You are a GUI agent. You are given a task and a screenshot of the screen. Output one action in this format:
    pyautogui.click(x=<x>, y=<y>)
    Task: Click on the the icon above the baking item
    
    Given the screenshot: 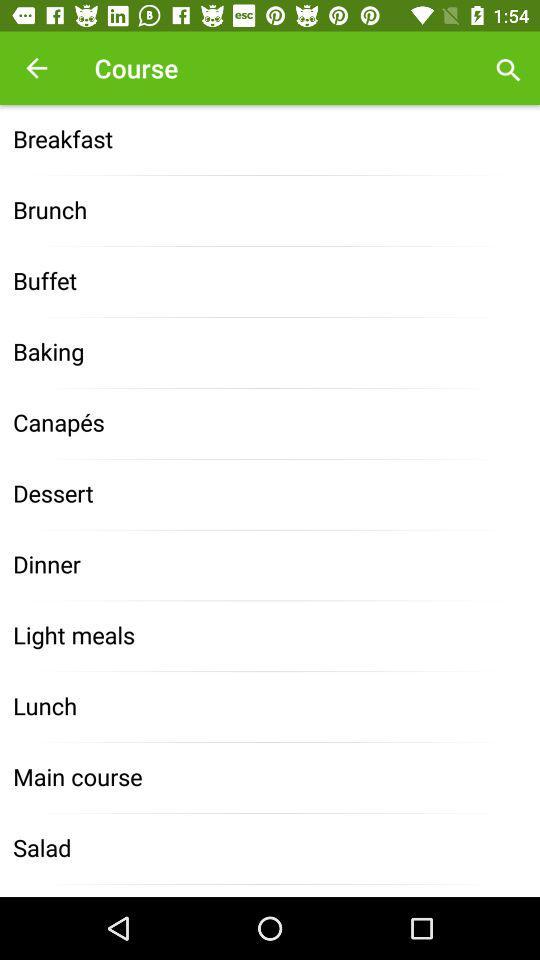 What is the action you would take?
    pyautogui.click(x=270, y=281)
    